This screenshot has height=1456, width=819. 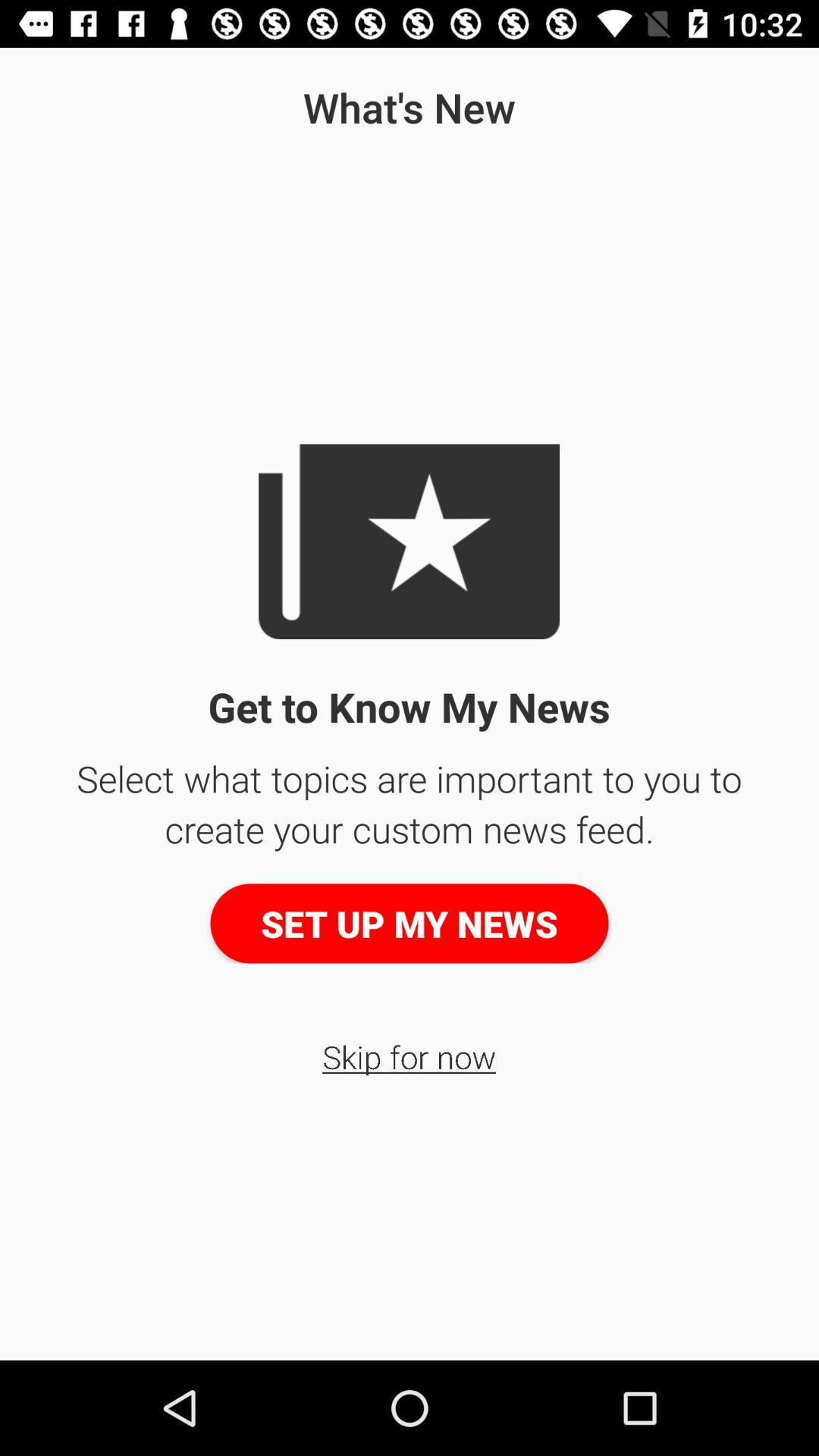 What do you see at coordinates (408, 1056) in the screenshot?
I see `the item below set up my` at bounding box center [408, 1056].